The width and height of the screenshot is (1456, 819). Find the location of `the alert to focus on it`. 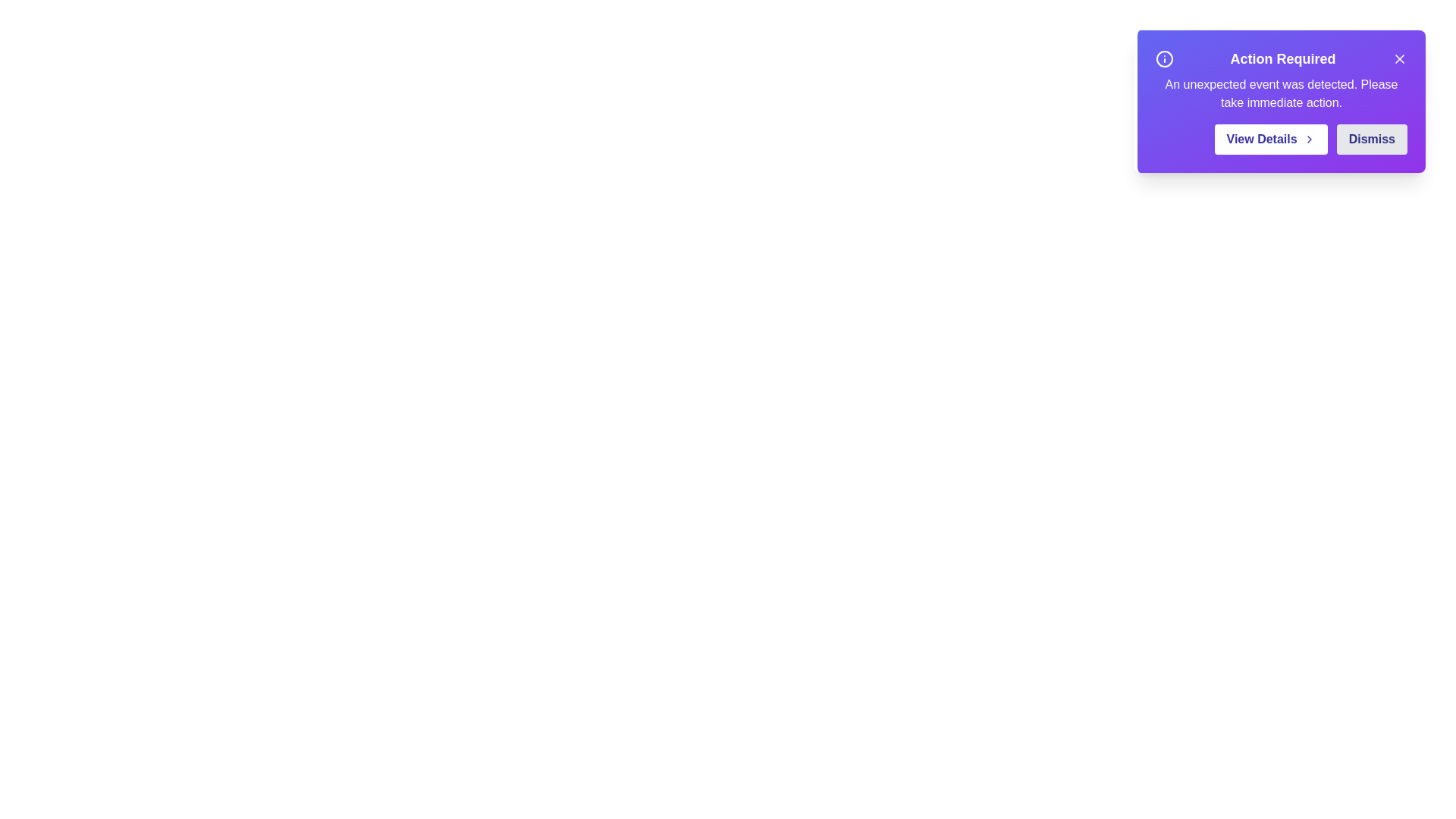

the alert to focus on it is located at coordinates (1279, 102).